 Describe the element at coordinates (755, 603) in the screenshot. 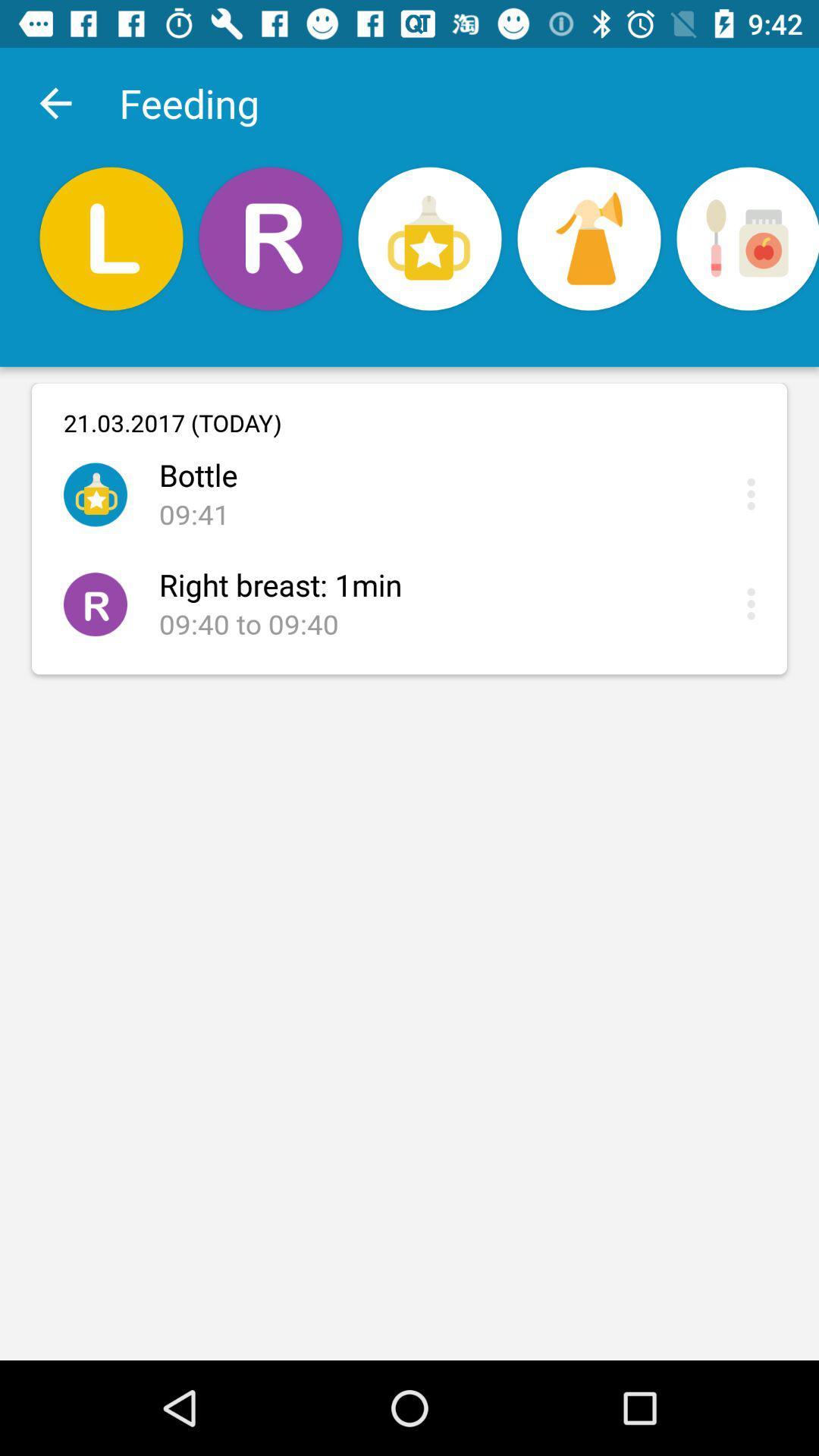

I see `open the menu` at that location.